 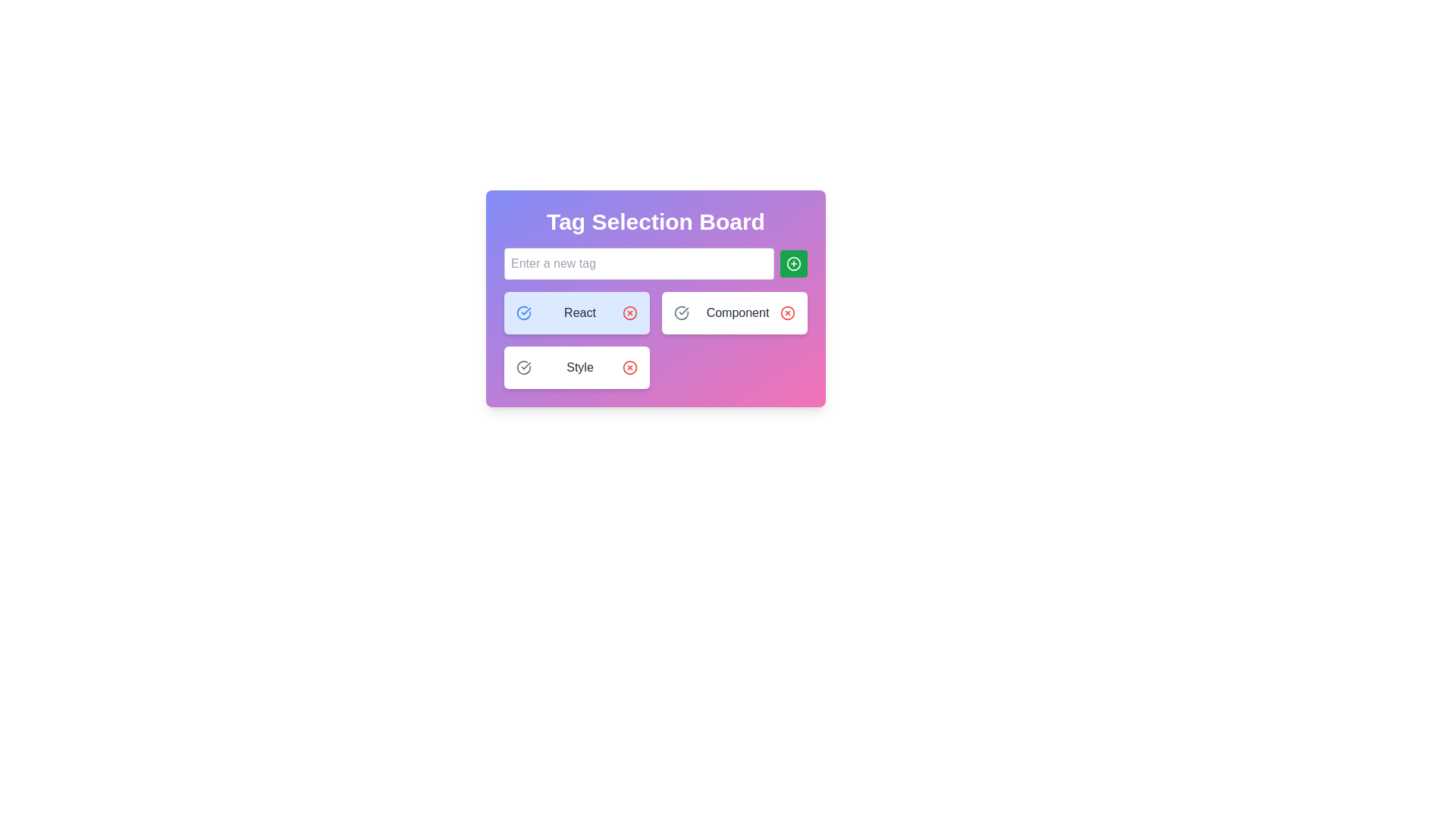 I want to click on the blue circular checkmark SVG icon located in the first tag box labeled 'React' within the 'Tag Selection Board' interface to get visual feedback, so click(x=524, y=312).